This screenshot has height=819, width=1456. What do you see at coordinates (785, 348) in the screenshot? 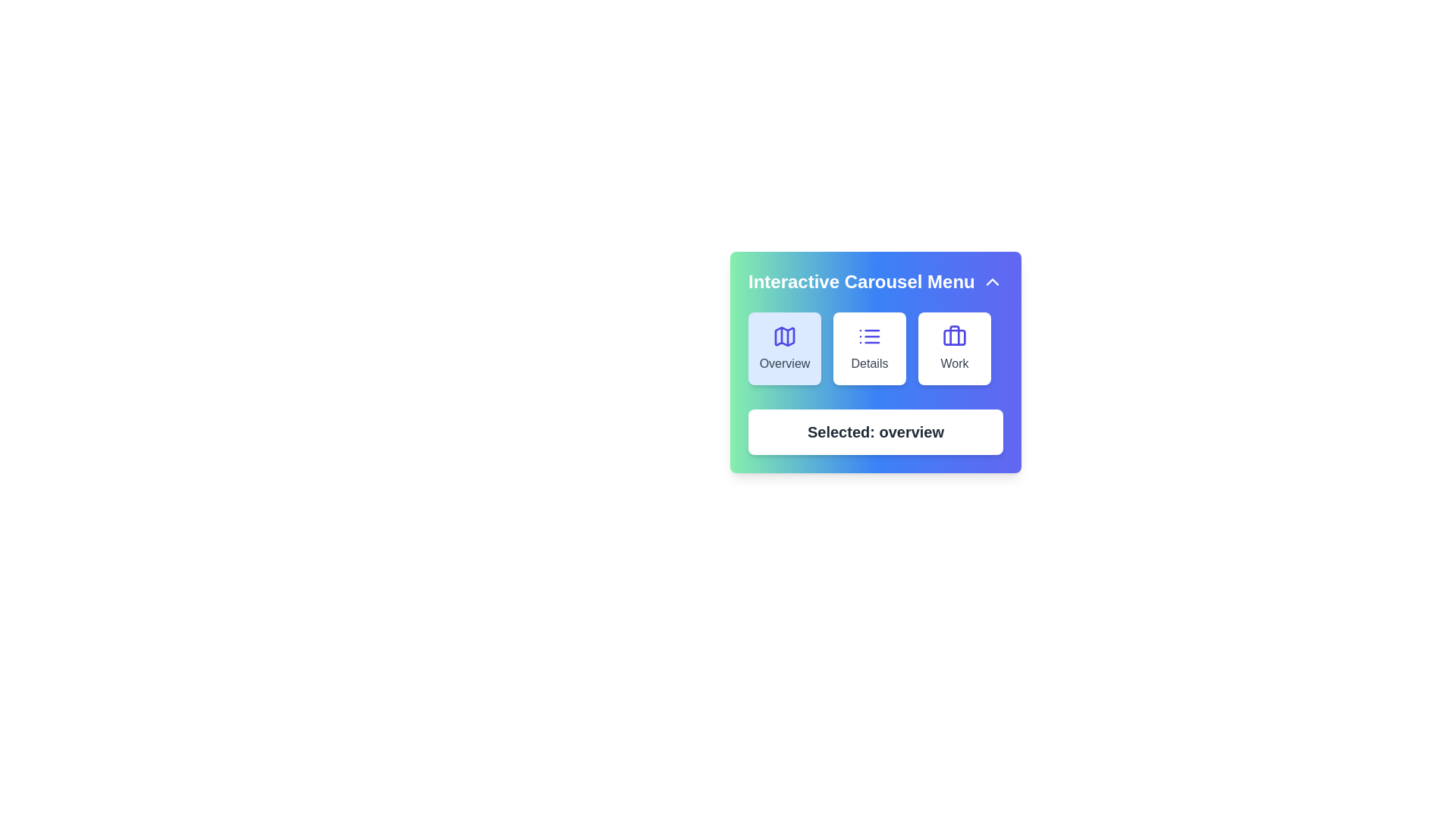
I see `the menu item Overview to reveal its hover effect` at bounding box center [785, 348].